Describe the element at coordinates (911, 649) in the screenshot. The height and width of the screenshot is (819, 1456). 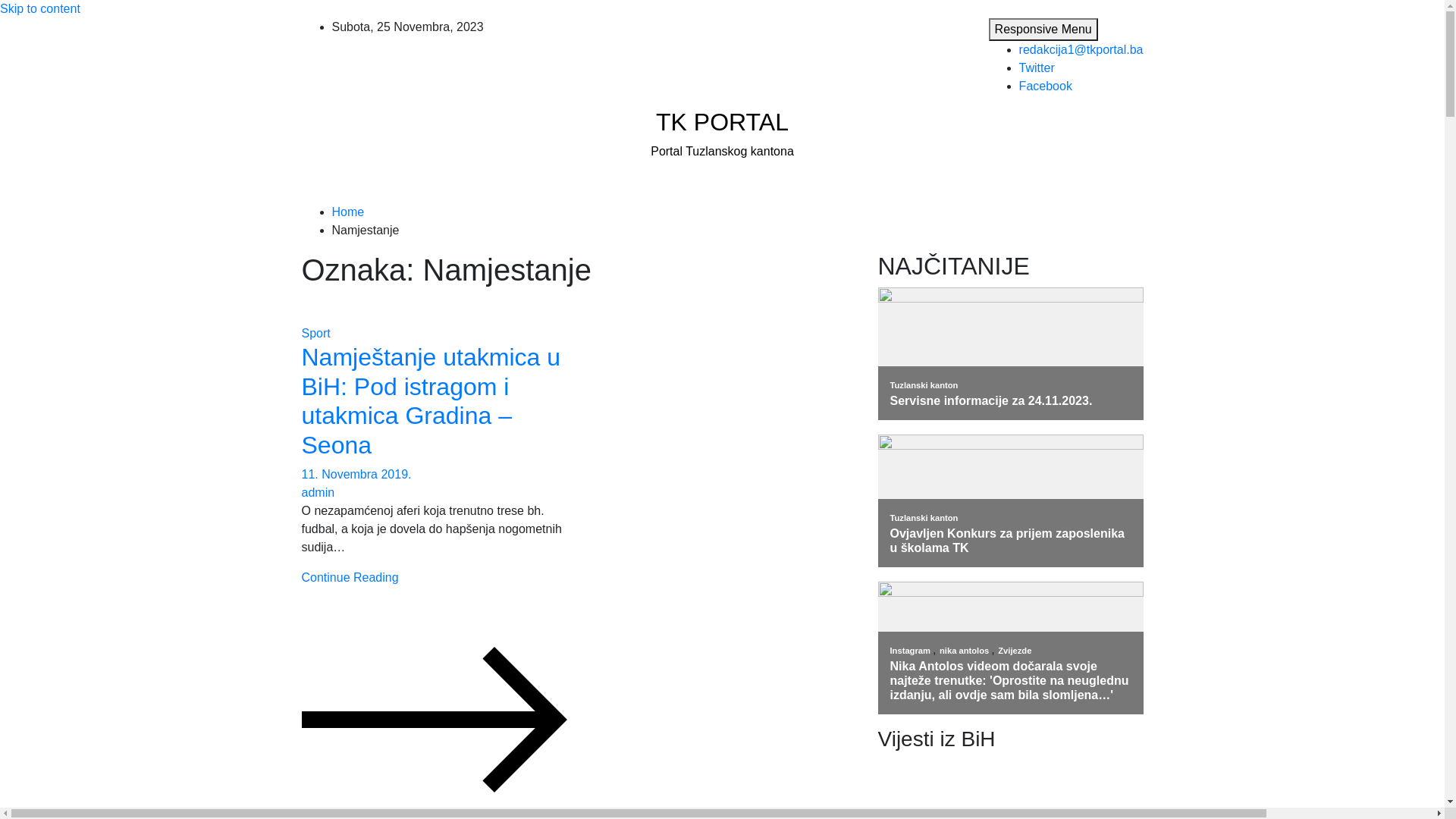
I see `'Instagram'` at that location.